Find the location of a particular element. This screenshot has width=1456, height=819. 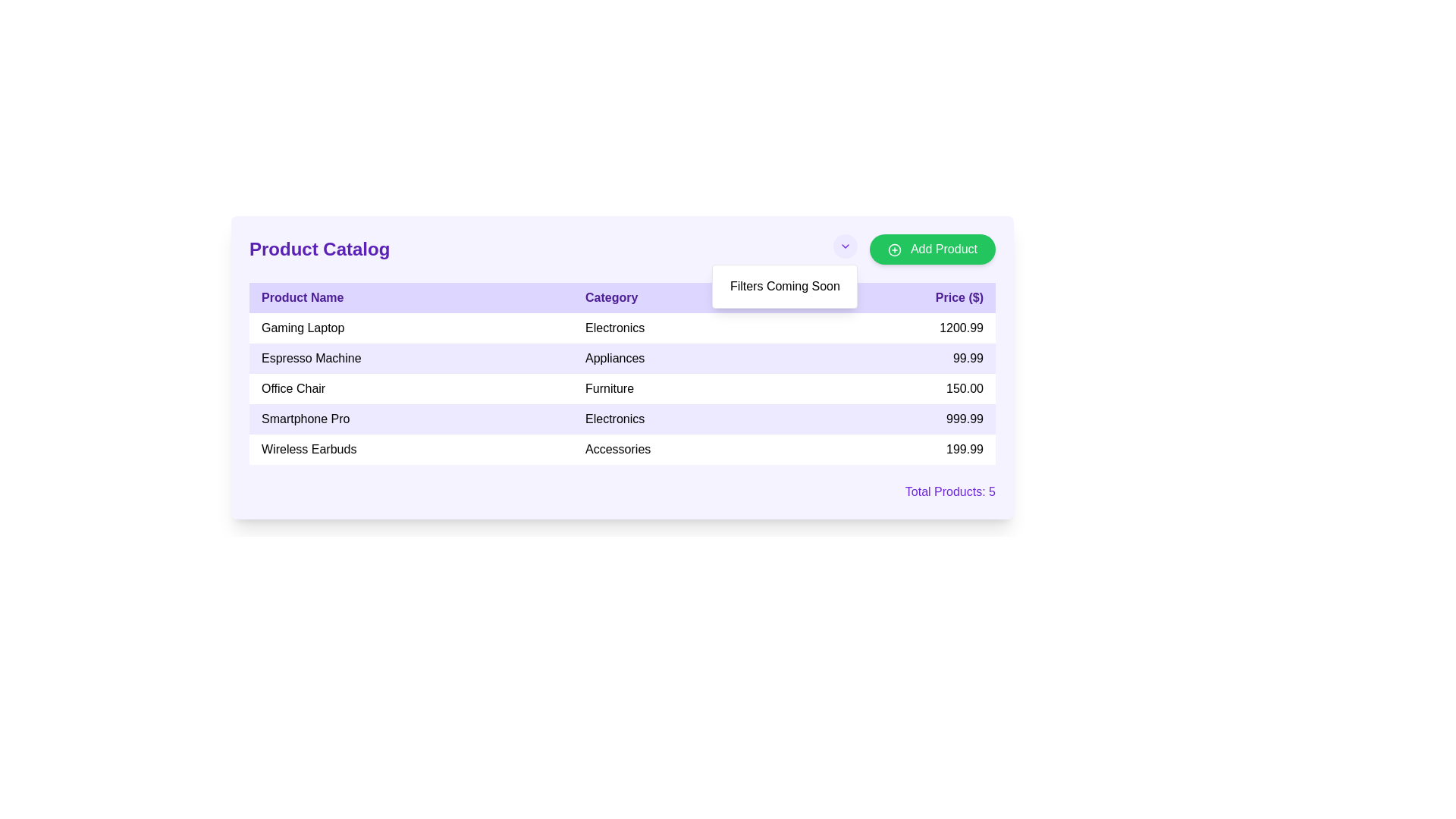

the downwards-pointing violet chevron icon is located at coordinates (845, 245).